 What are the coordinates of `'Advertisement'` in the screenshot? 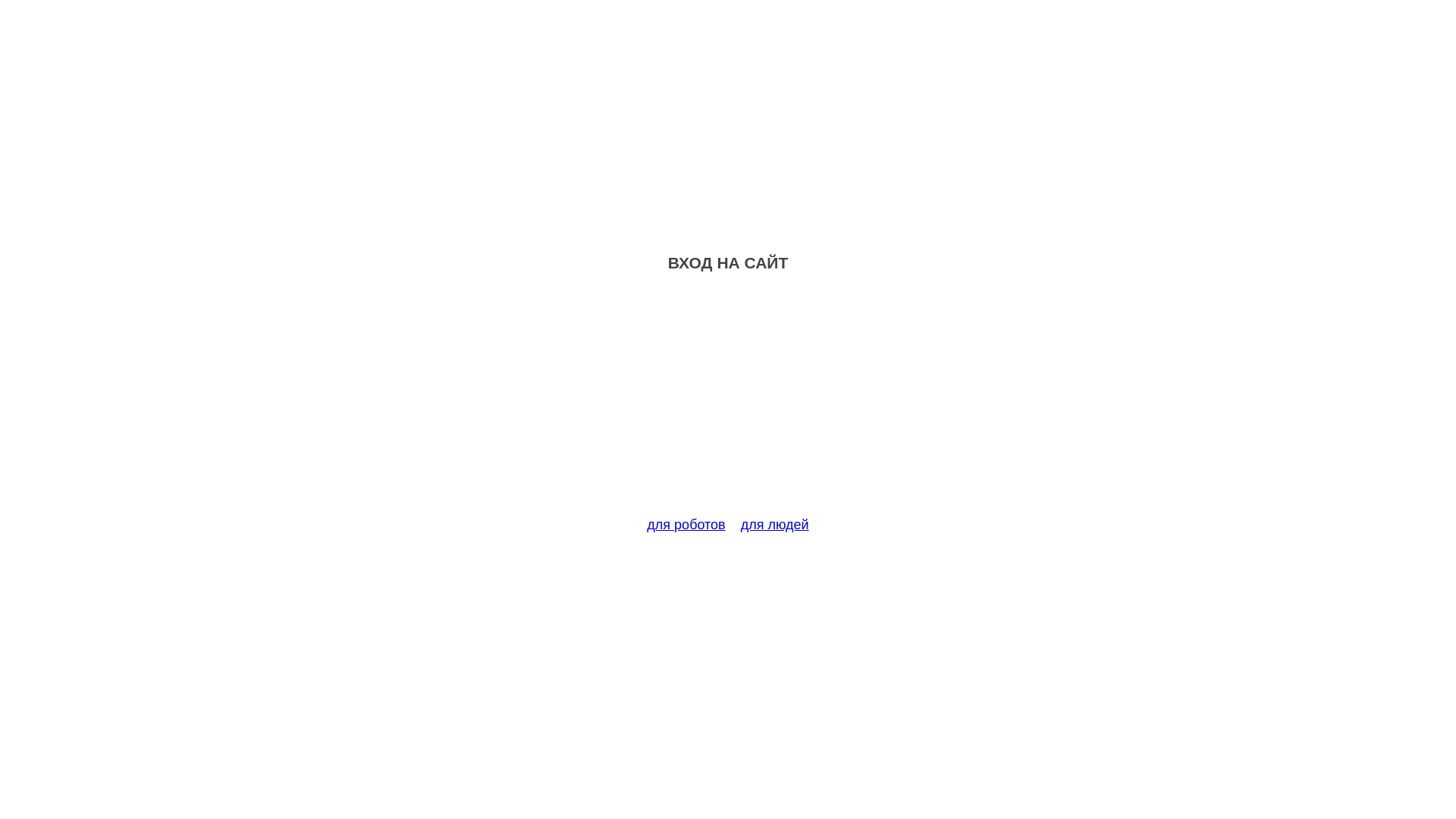 It's located at (728, 403).